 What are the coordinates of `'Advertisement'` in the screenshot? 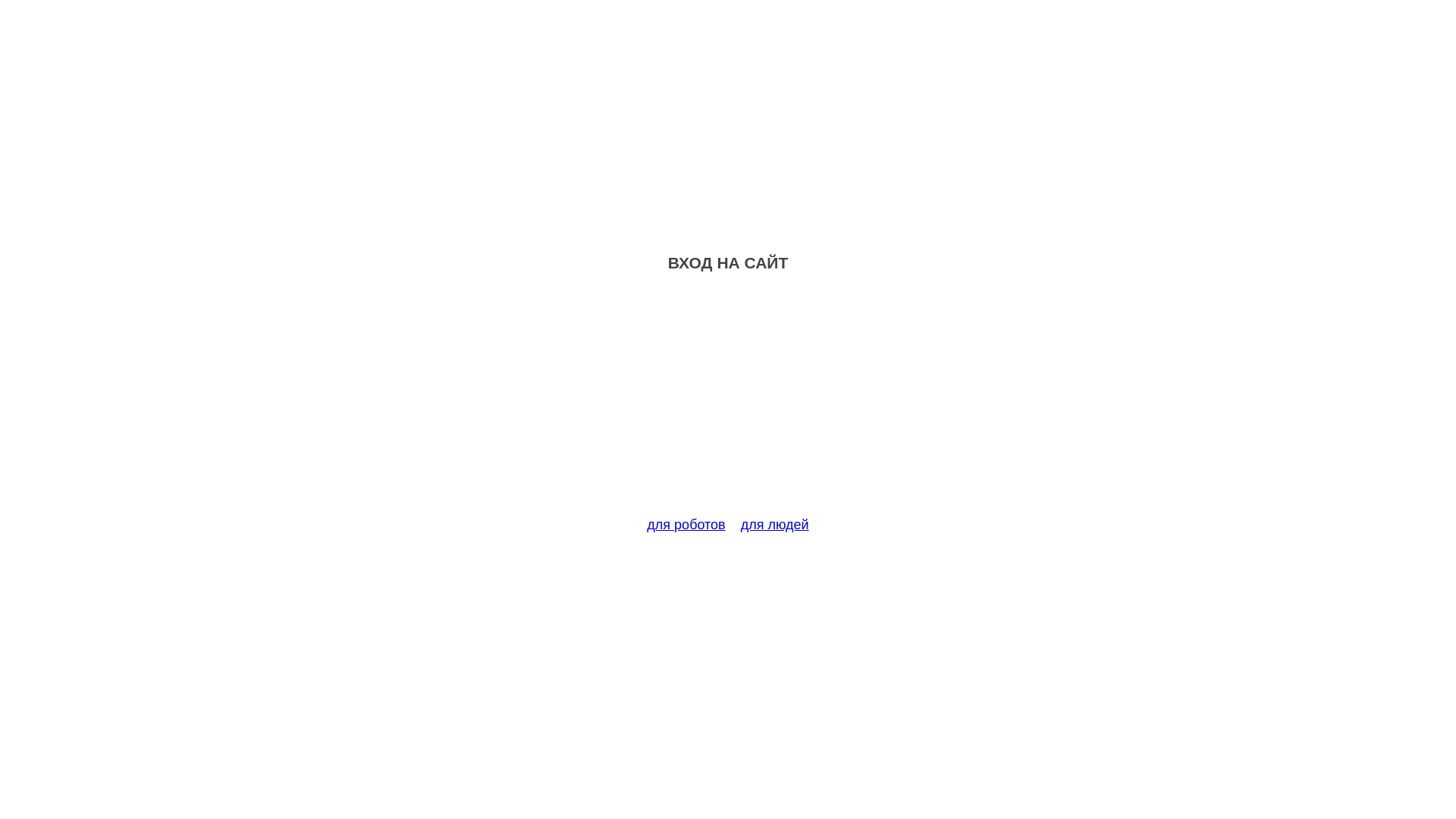 It's located at (728, 403).